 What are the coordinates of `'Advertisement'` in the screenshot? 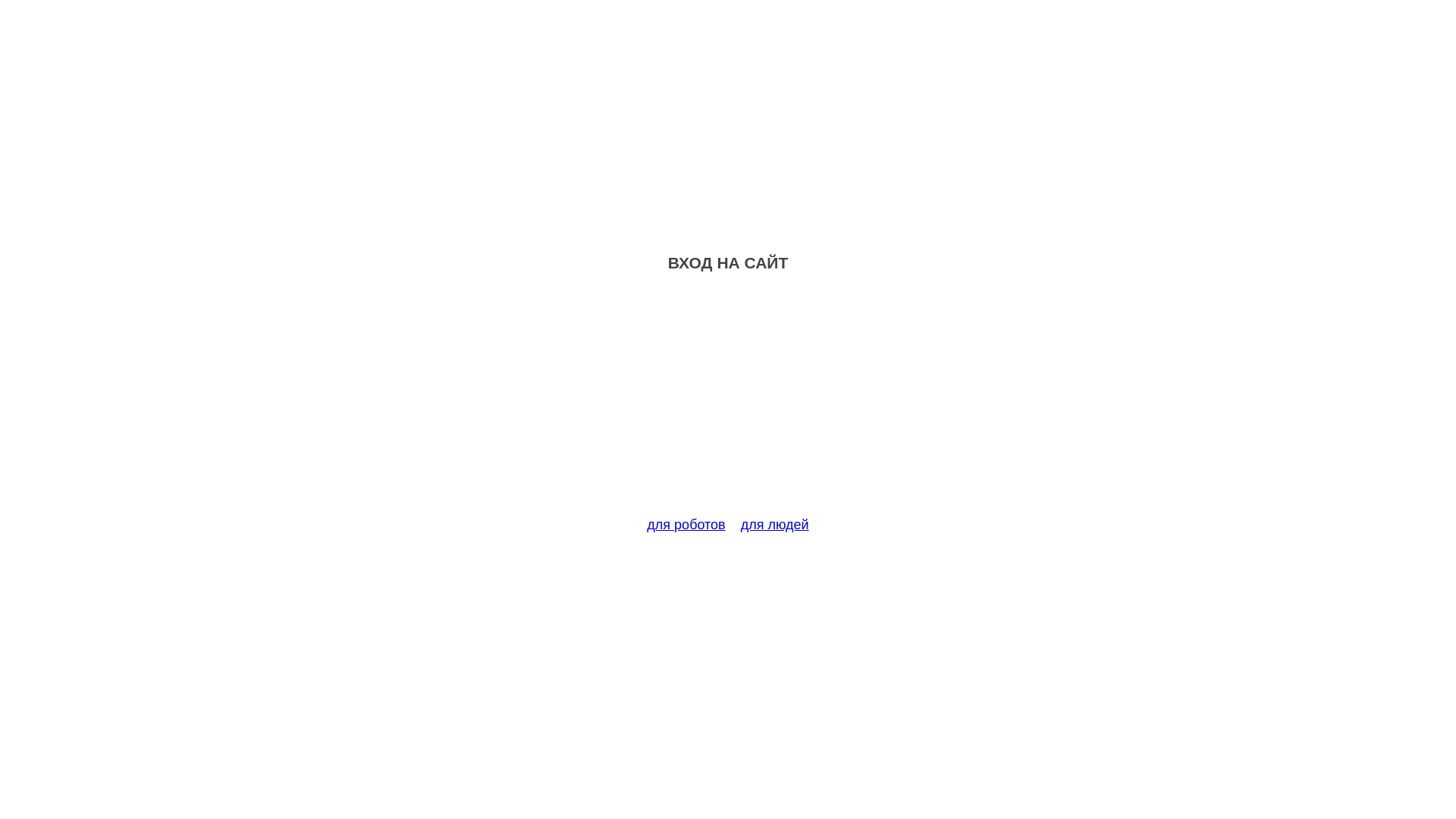 It's located at (728, 403).